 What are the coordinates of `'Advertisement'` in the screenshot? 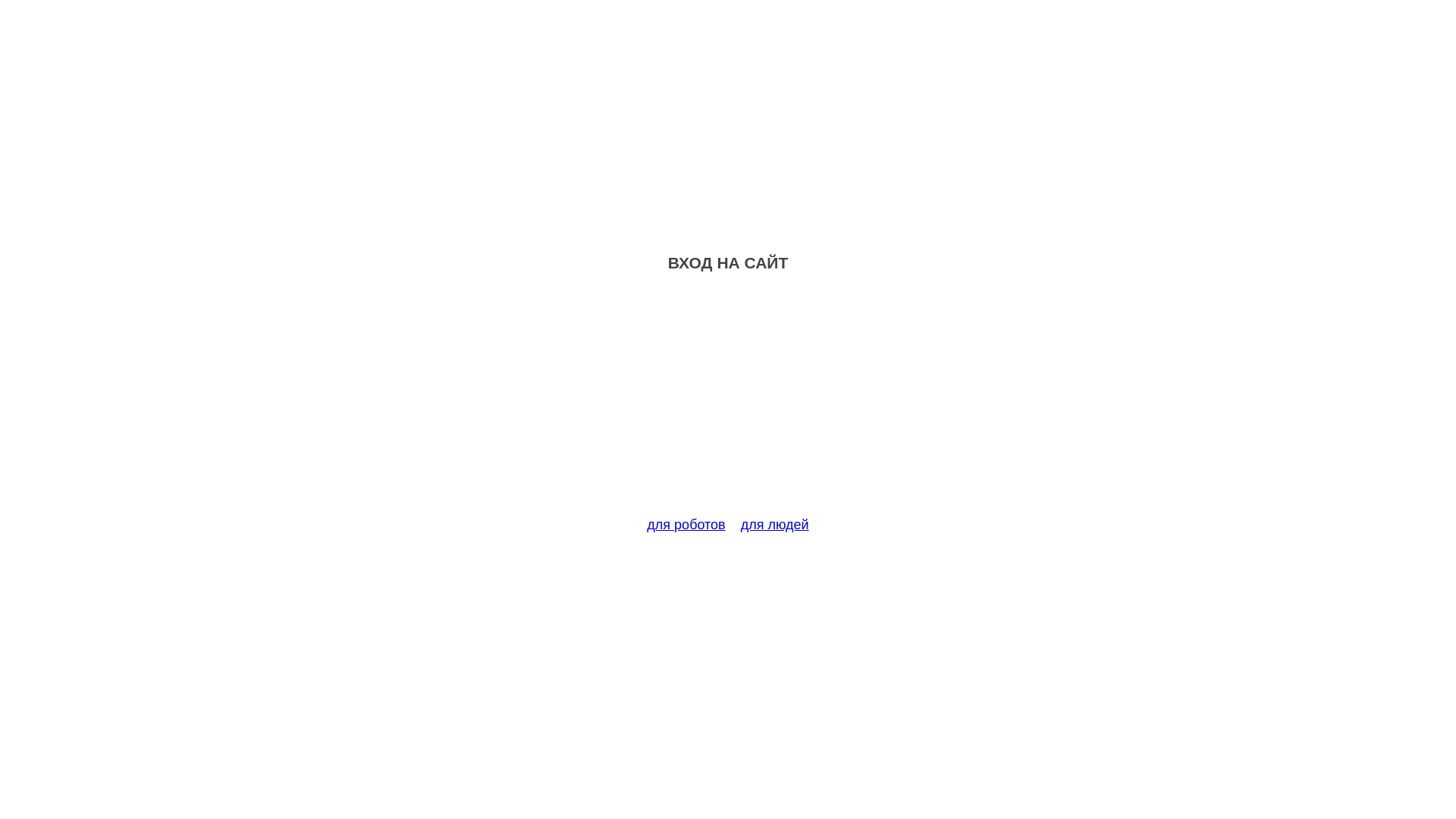 It's located at (728, 403).